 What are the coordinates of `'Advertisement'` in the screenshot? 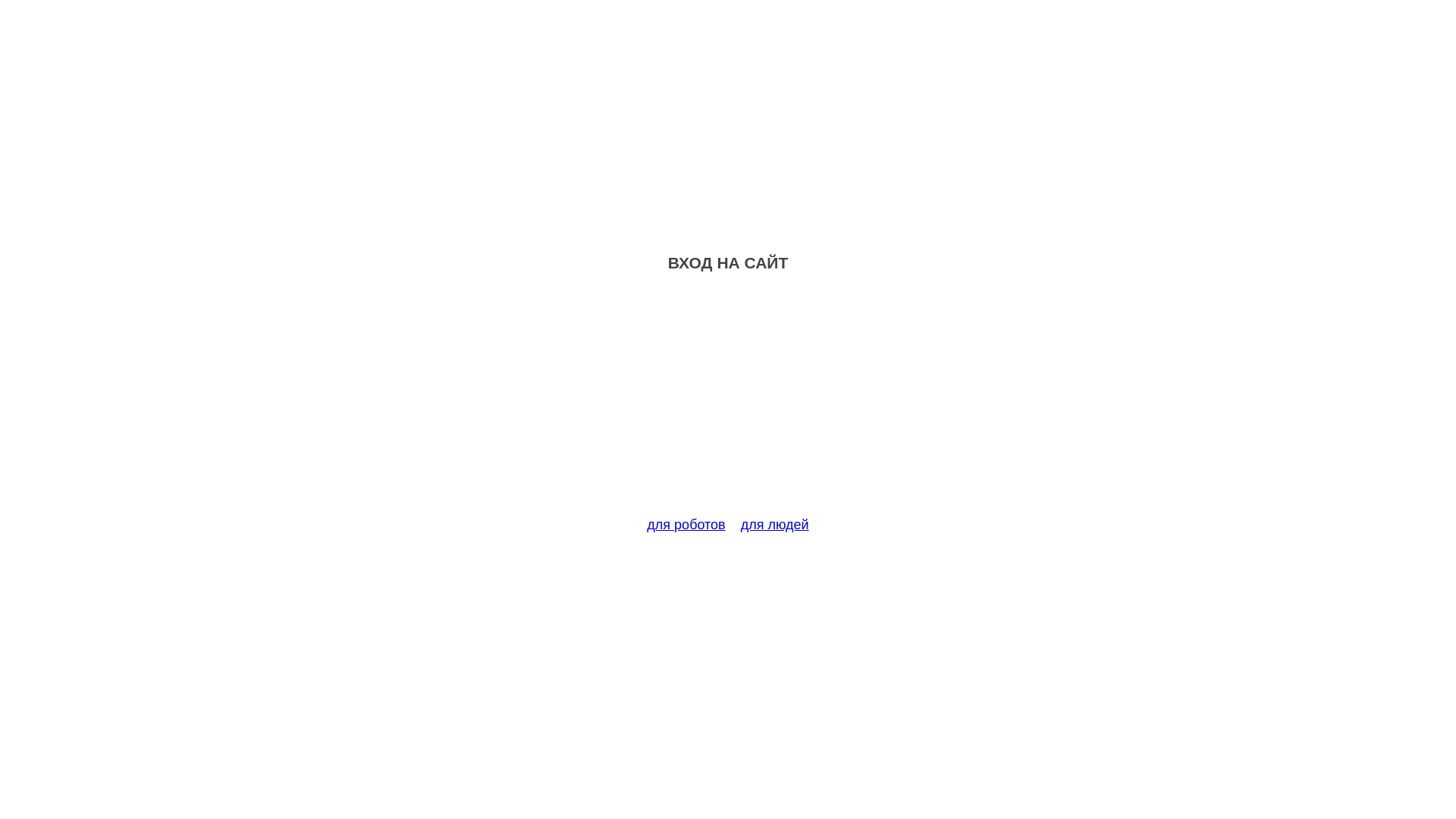 It's located at (728, 403).